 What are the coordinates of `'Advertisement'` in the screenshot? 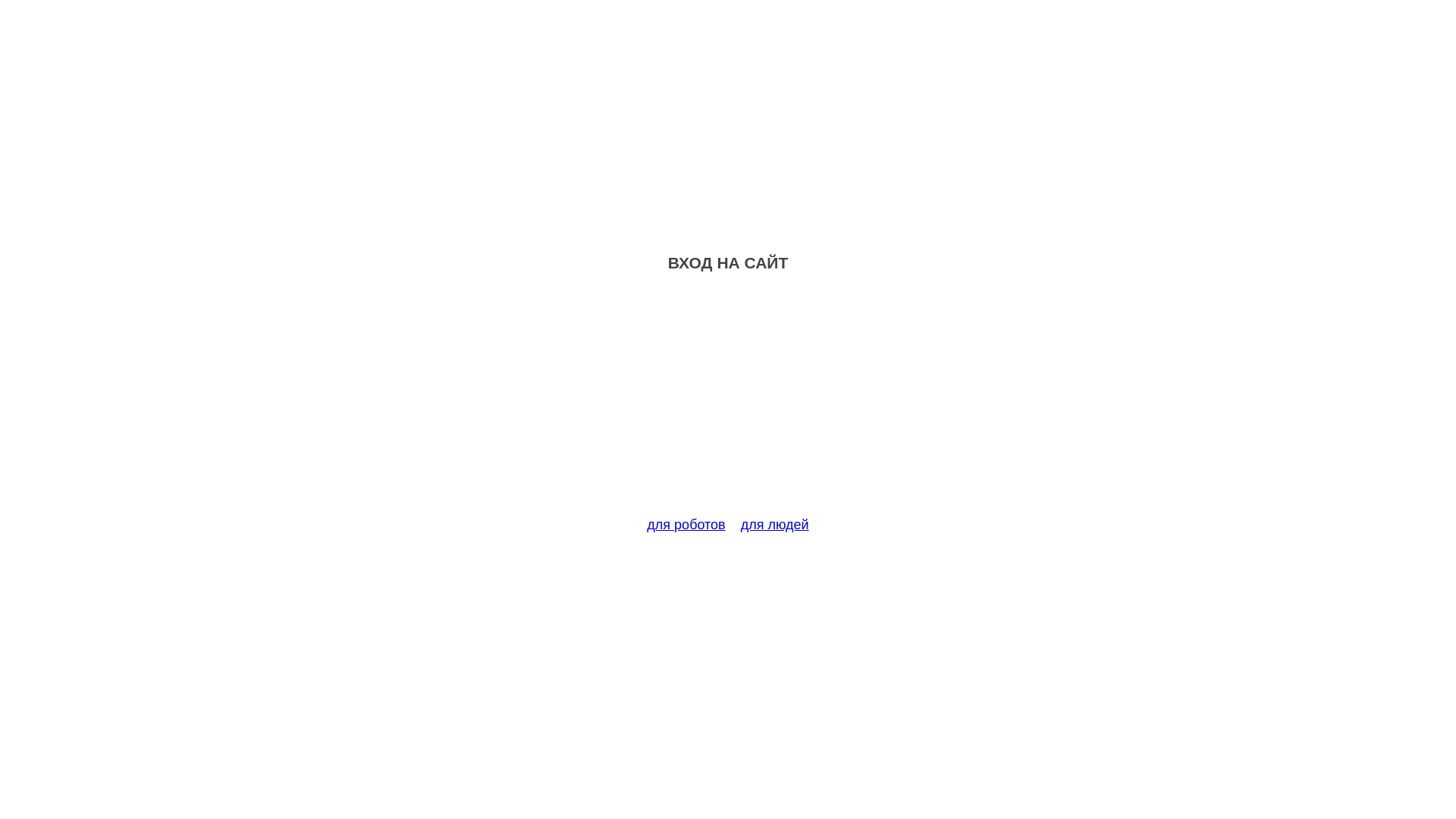 It's located at (728, 403).